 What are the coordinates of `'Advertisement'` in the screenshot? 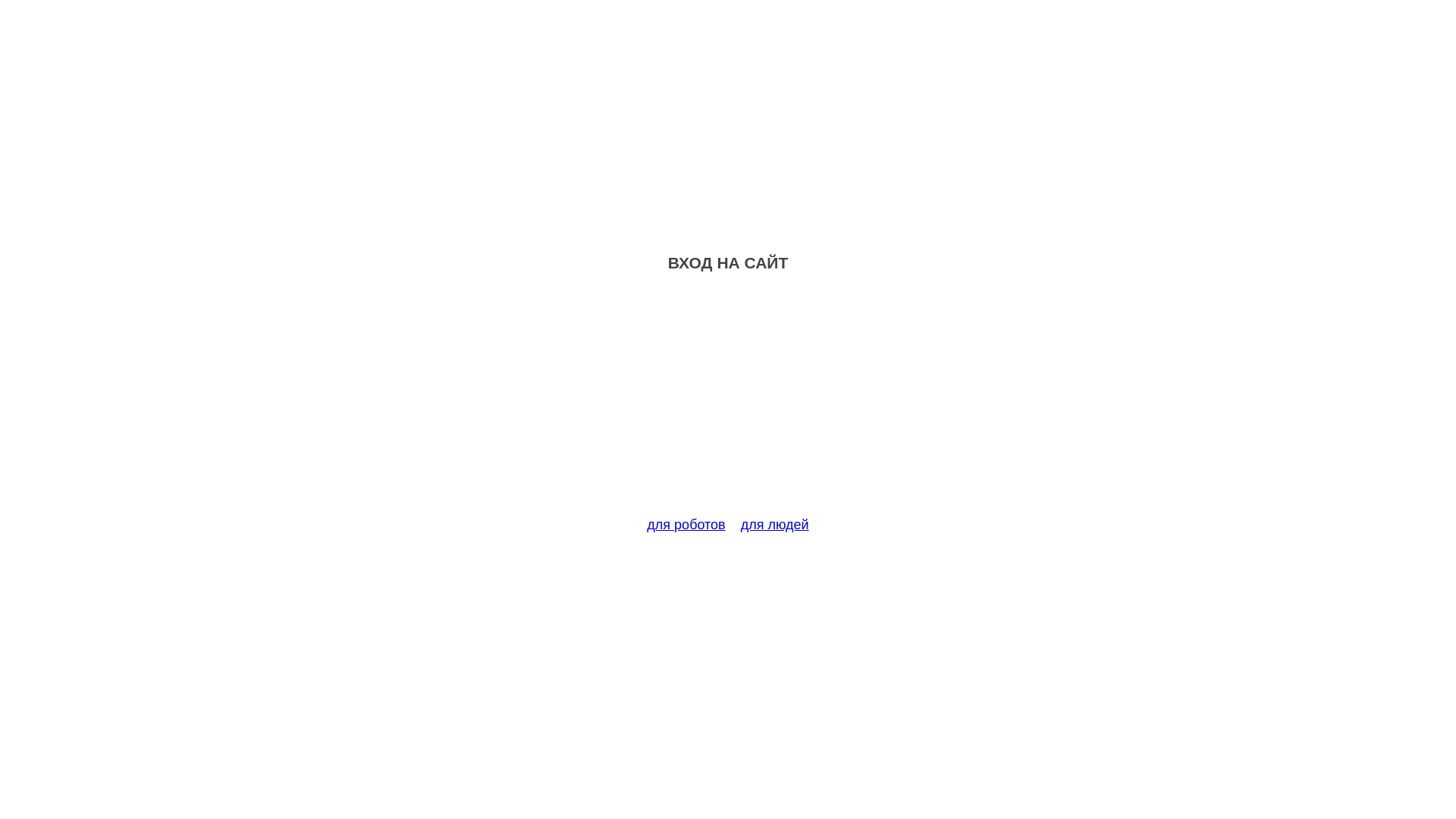 It's located at (728, 403).